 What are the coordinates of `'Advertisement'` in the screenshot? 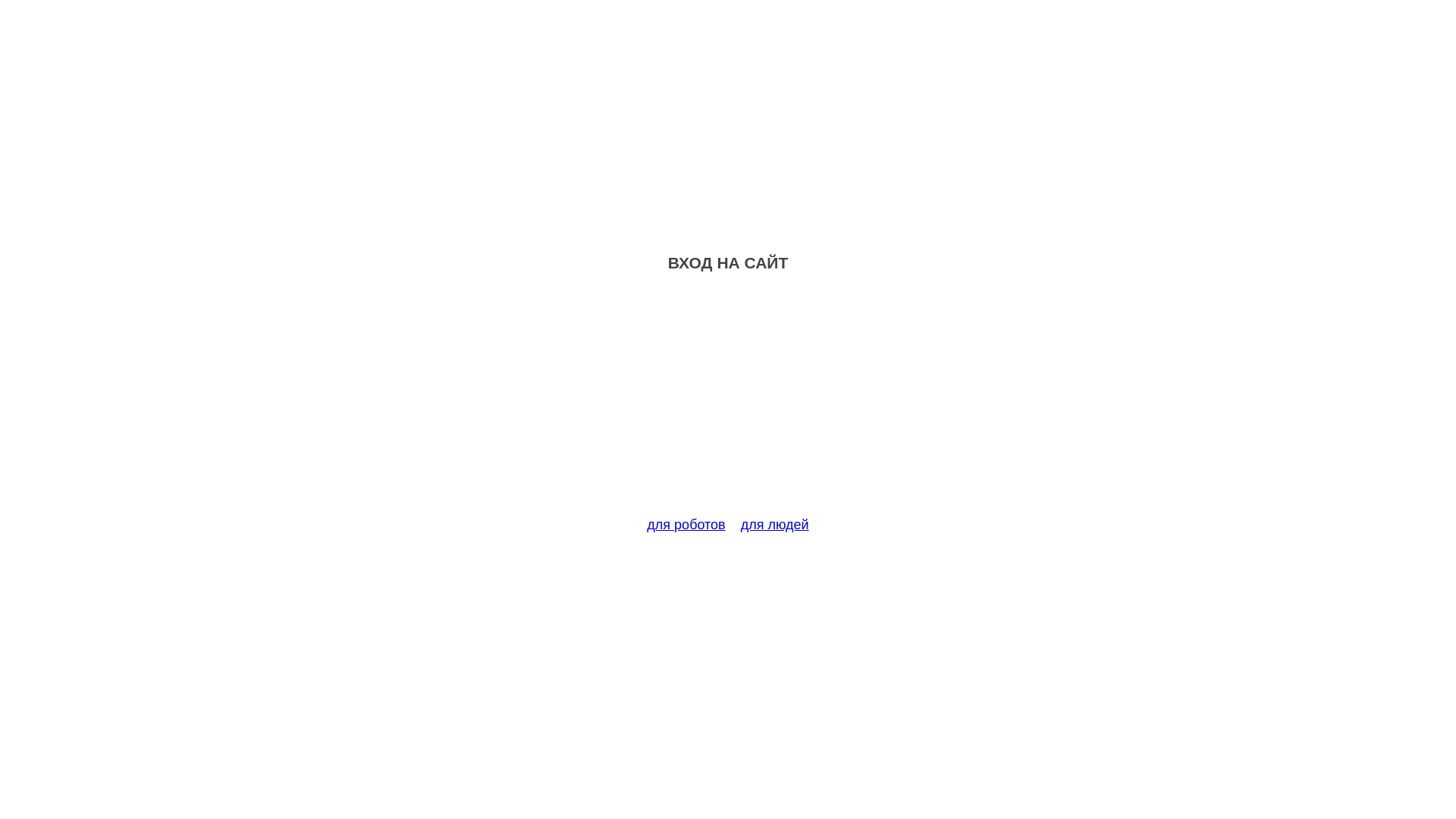 It's located at (728, 403).